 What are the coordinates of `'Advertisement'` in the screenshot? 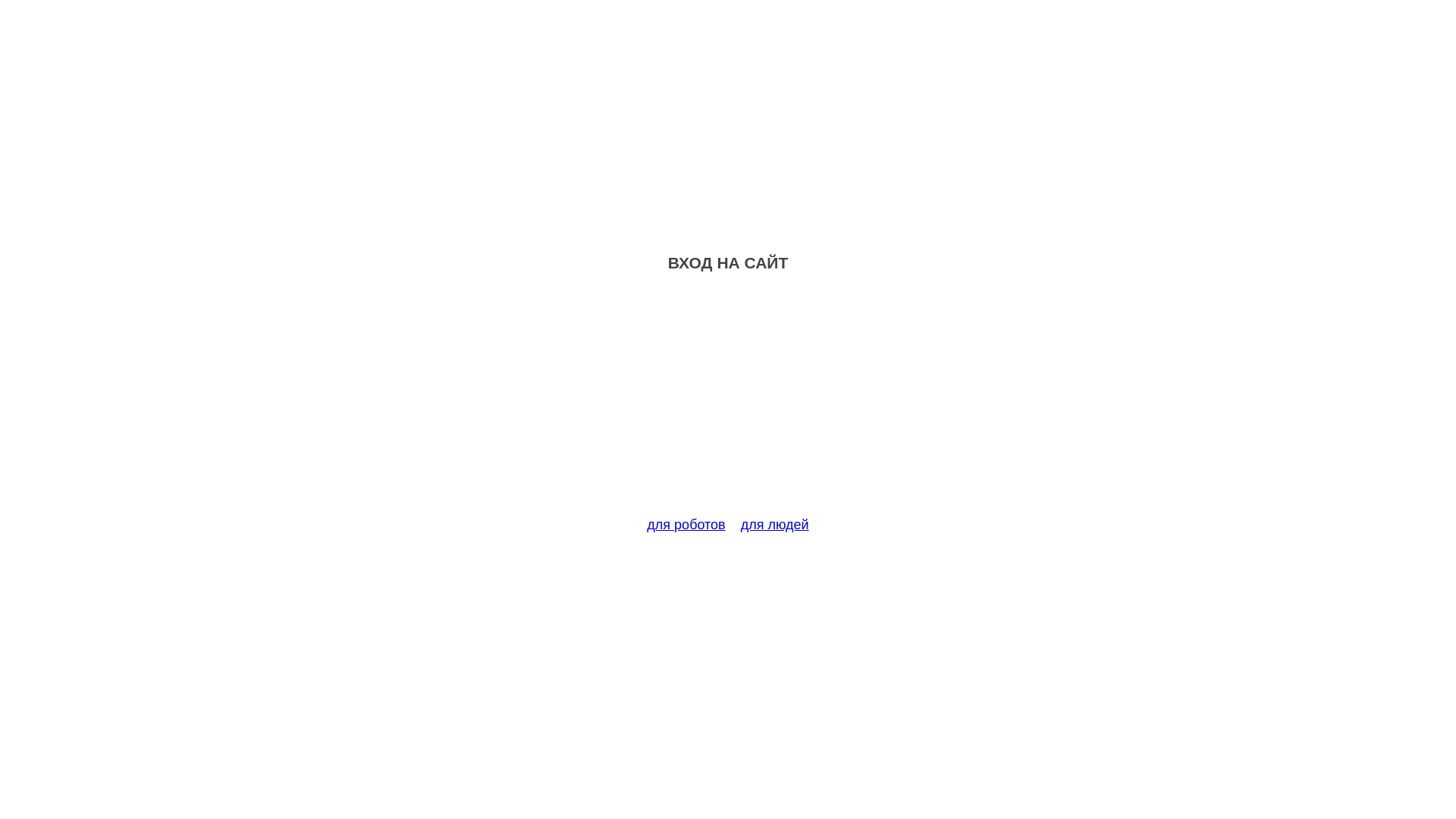 It's located at (728, 403).